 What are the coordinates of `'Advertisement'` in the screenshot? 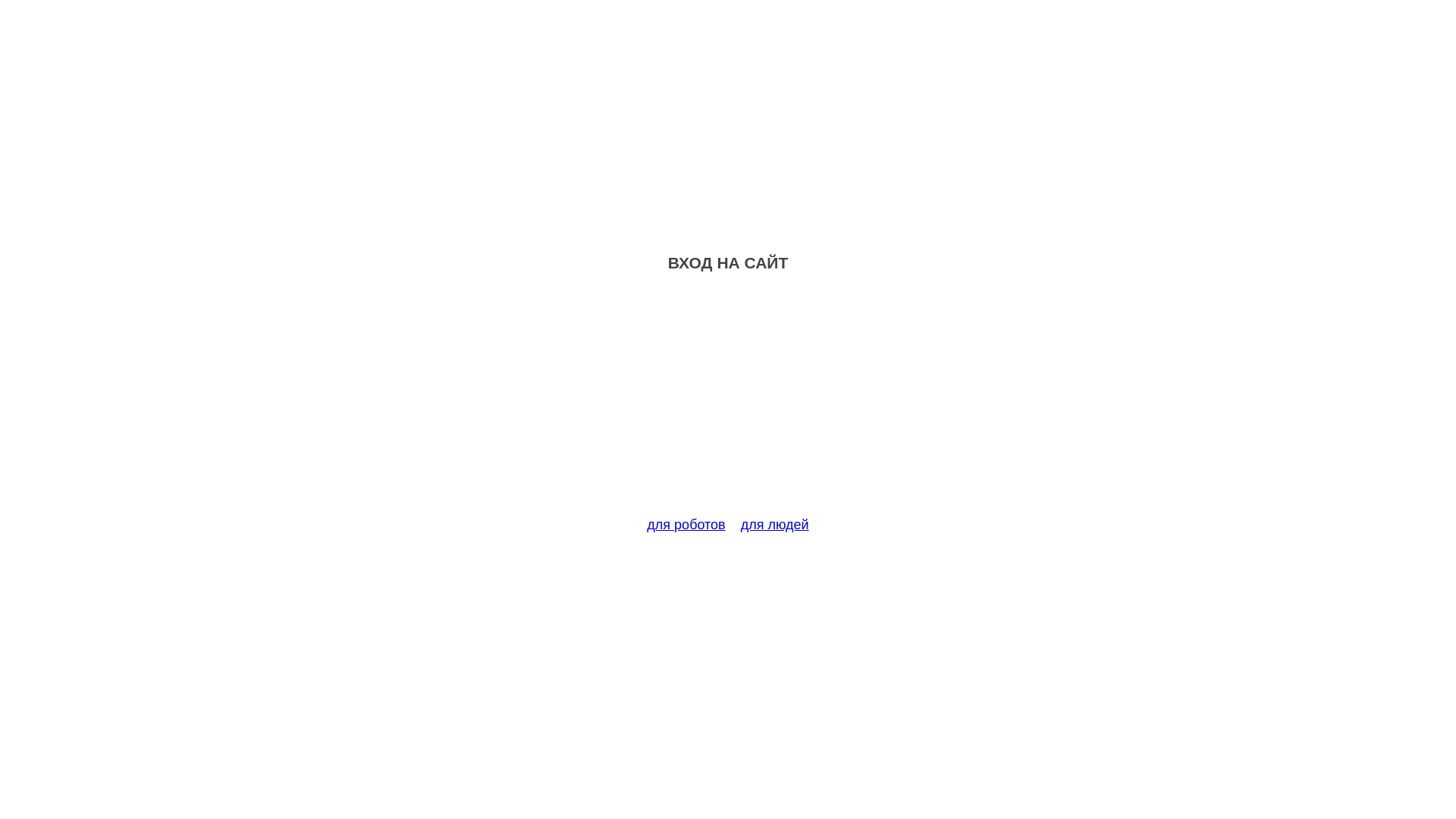 It's located at (728, 403).